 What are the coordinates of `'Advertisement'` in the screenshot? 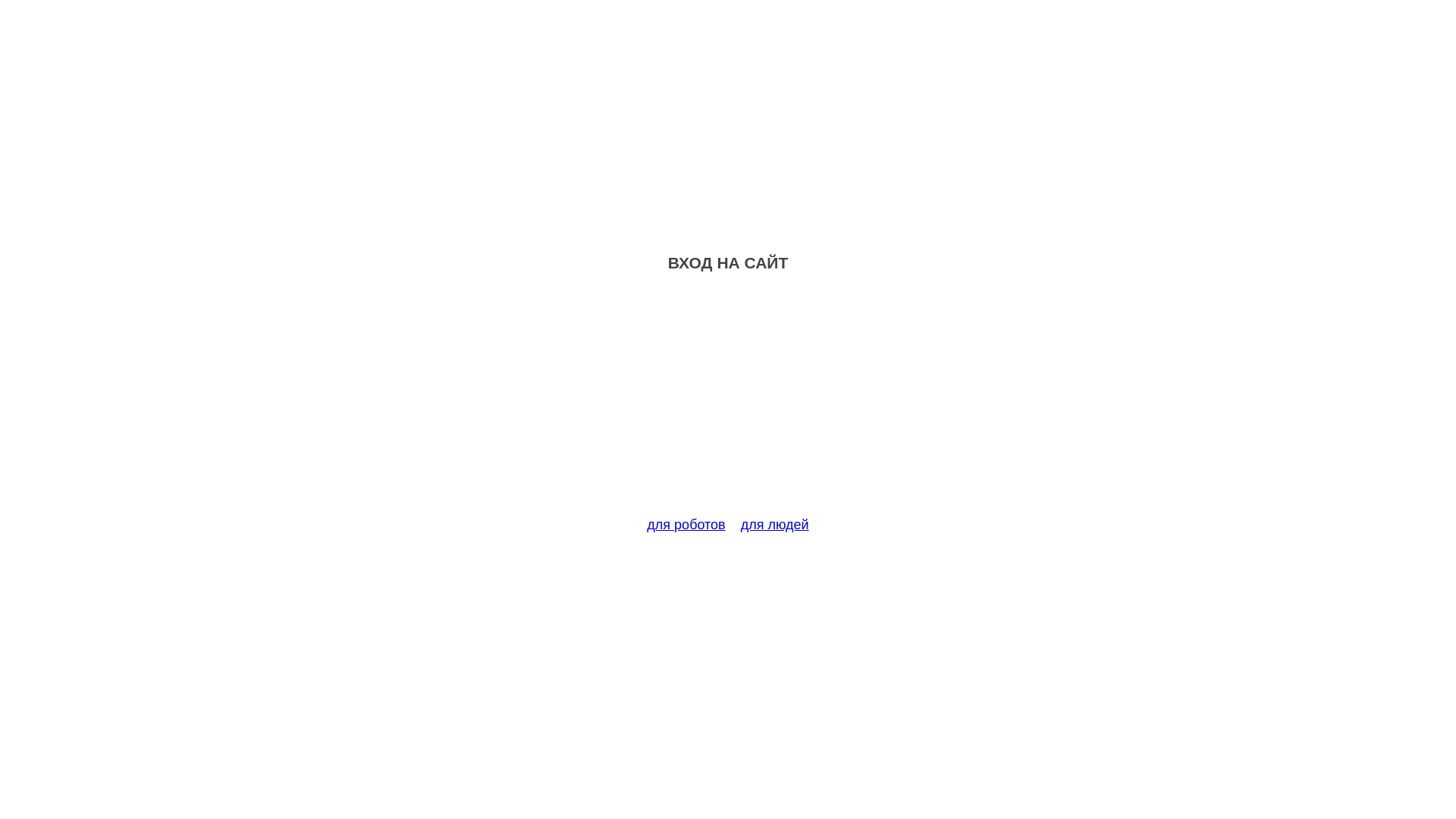 It's located at (728, 403).